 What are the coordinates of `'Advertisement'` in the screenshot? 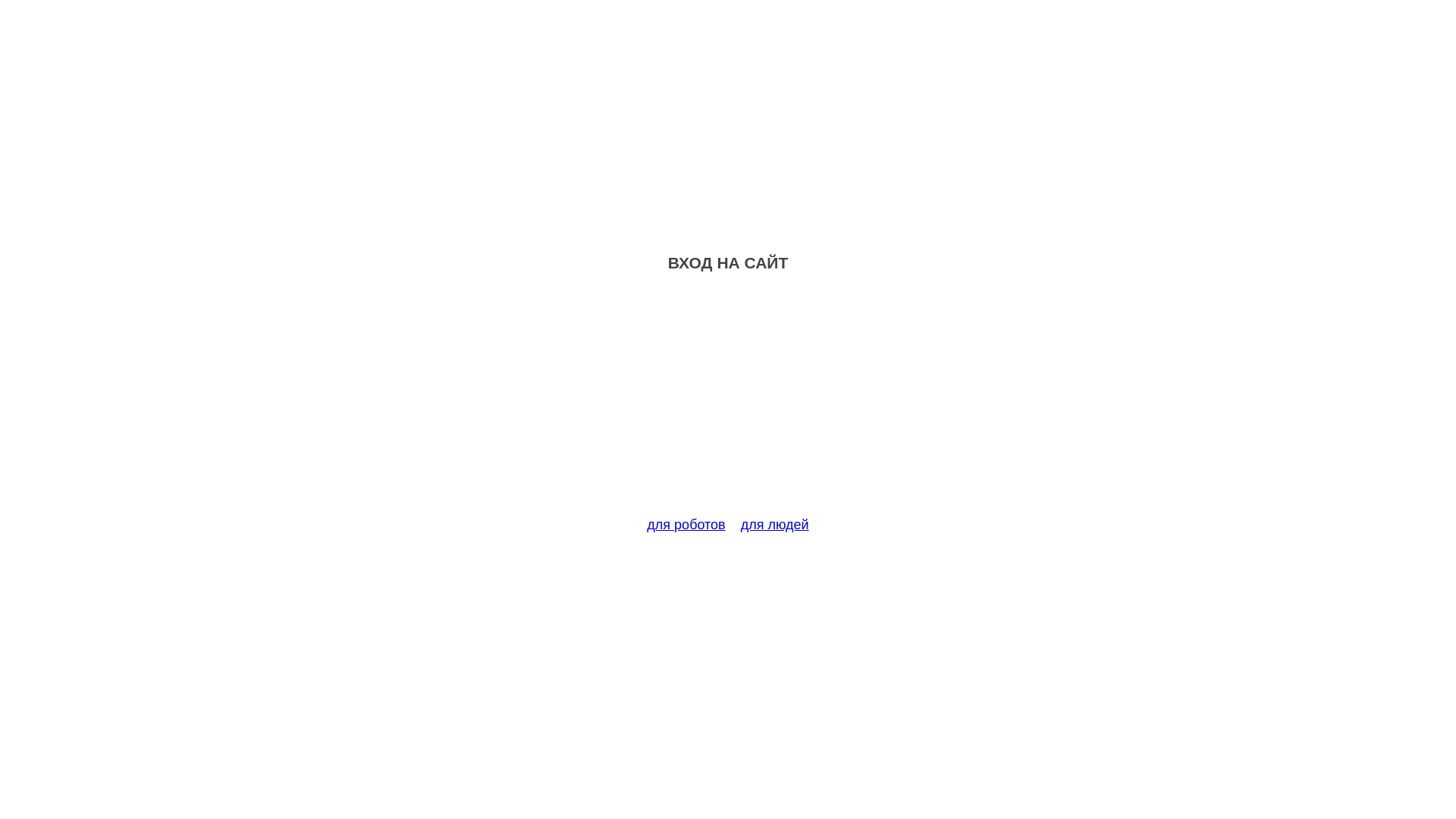 It's located at (728, 403).